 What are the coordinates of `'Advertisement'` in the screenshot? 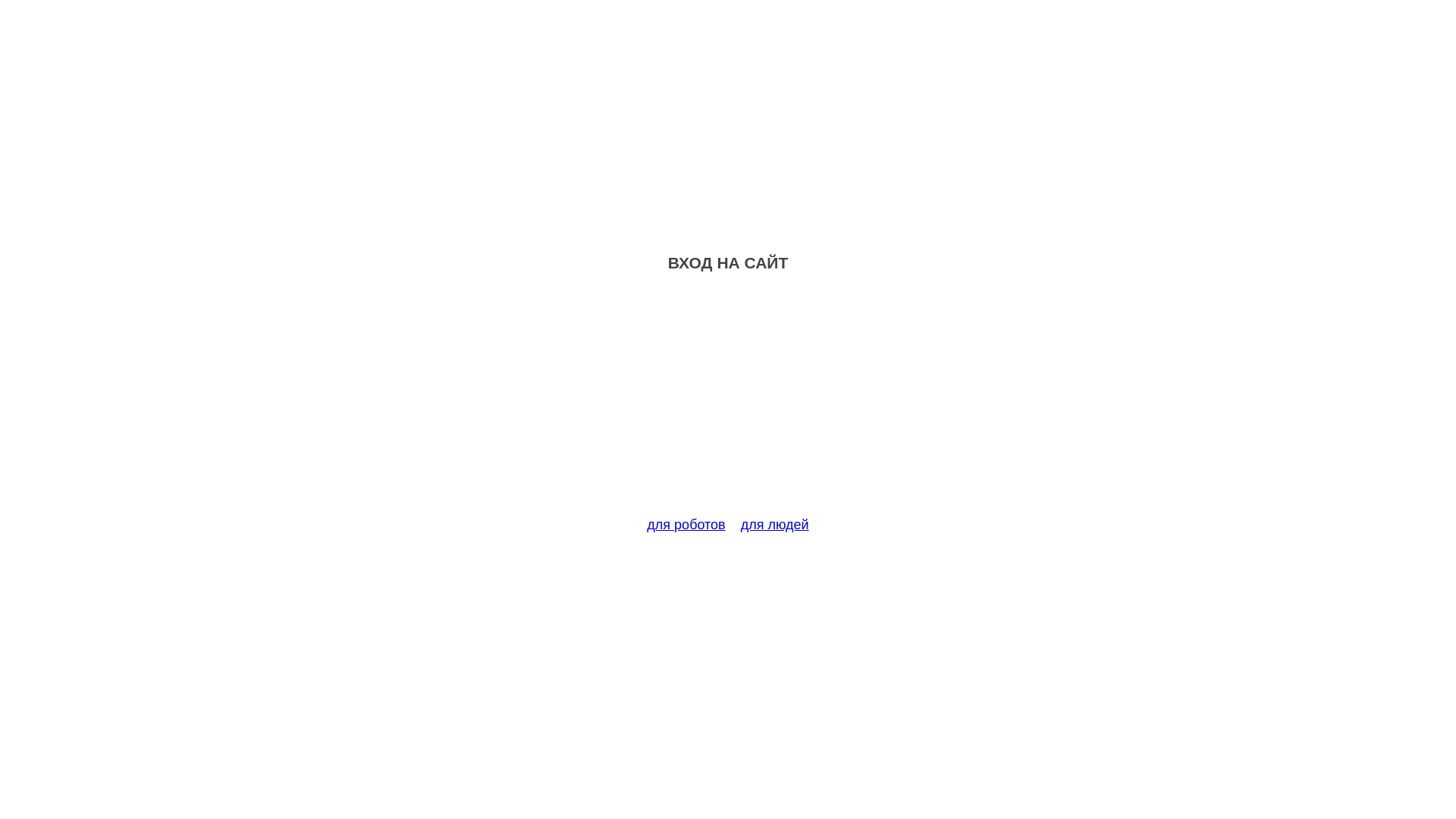 It's located at (728, 403).